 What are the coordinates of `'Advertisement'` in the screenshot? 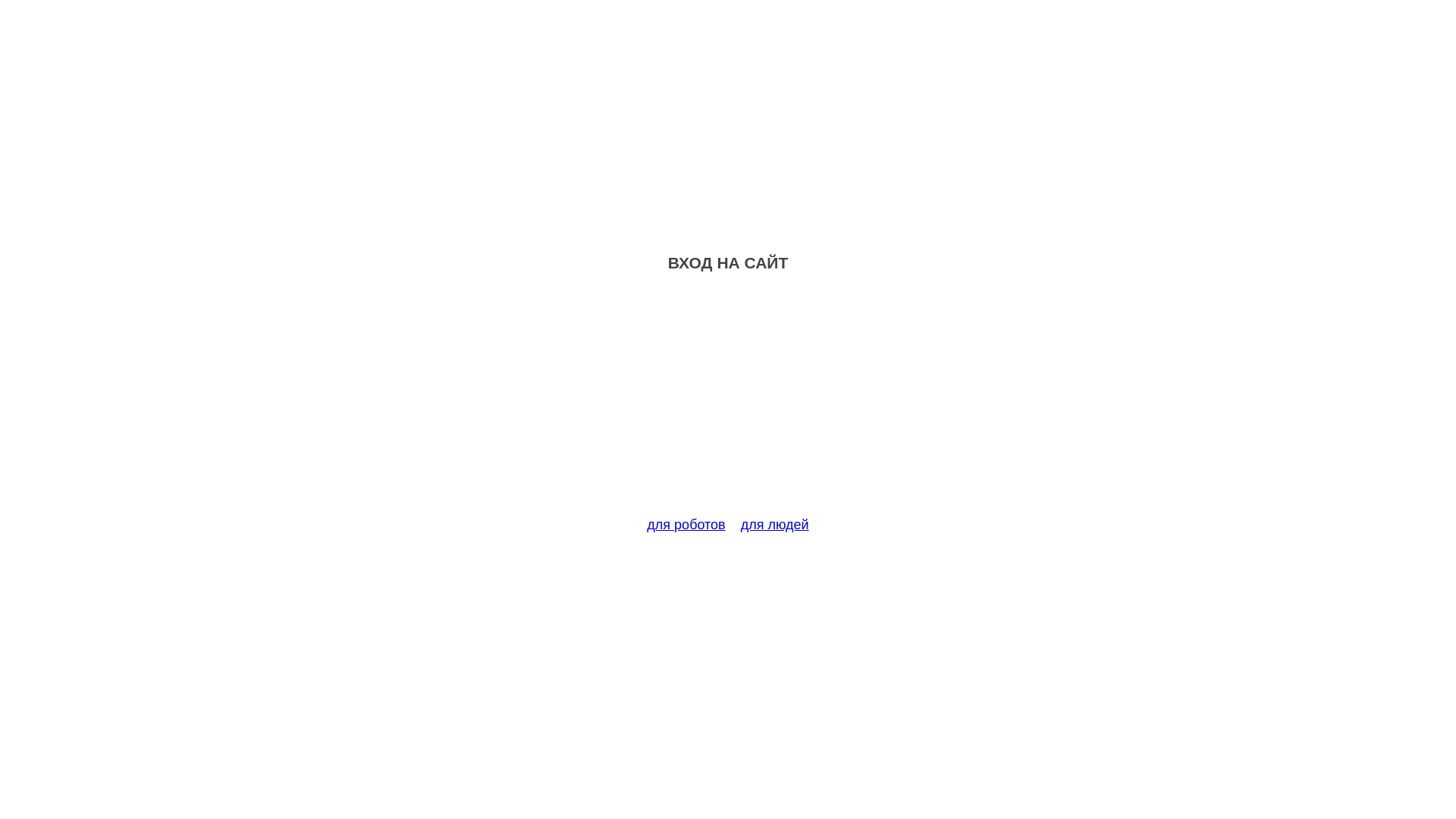 It's located at (728, 403).